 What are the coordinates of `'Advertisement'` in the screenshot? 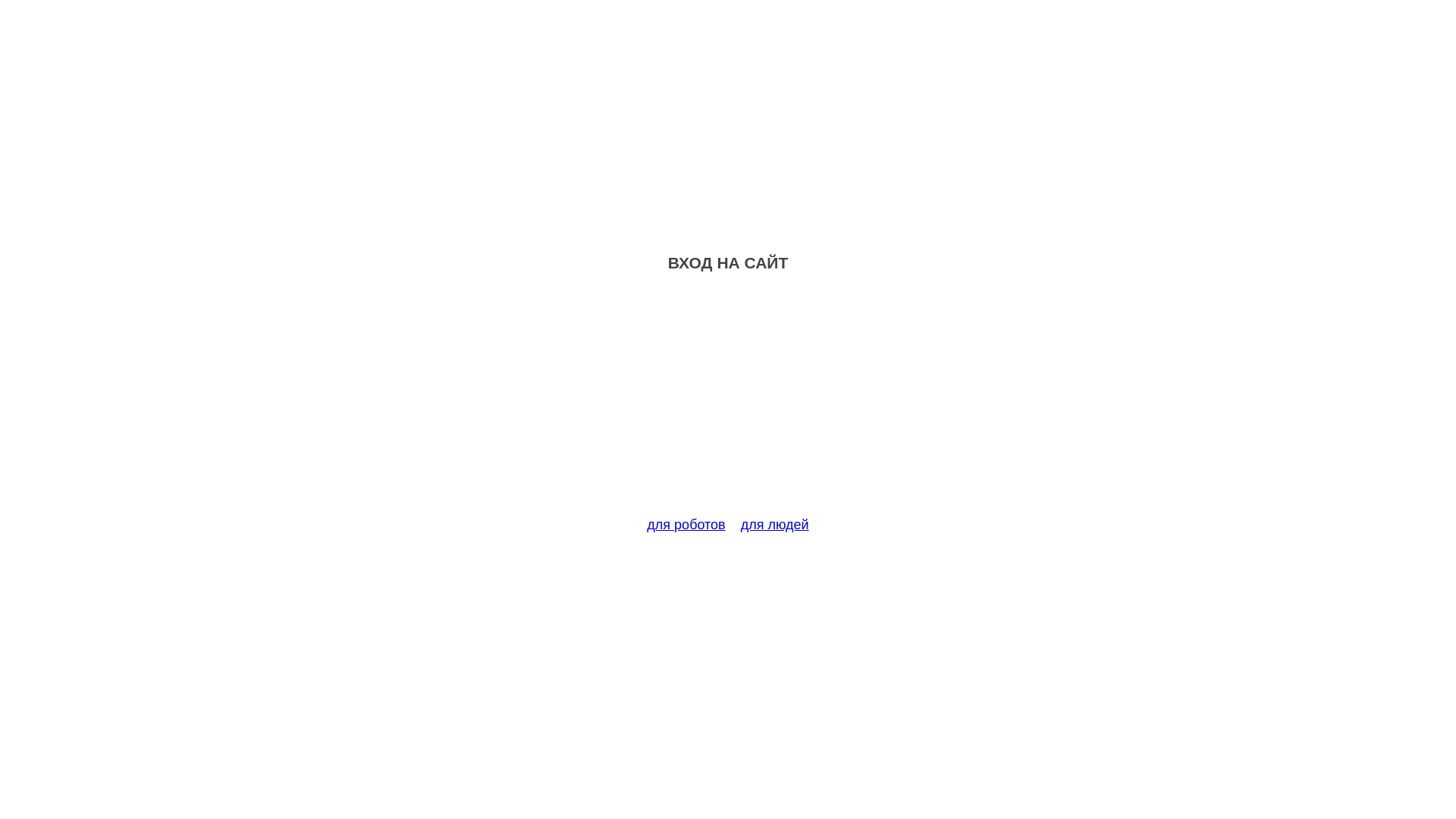 It's located at (728, 403).